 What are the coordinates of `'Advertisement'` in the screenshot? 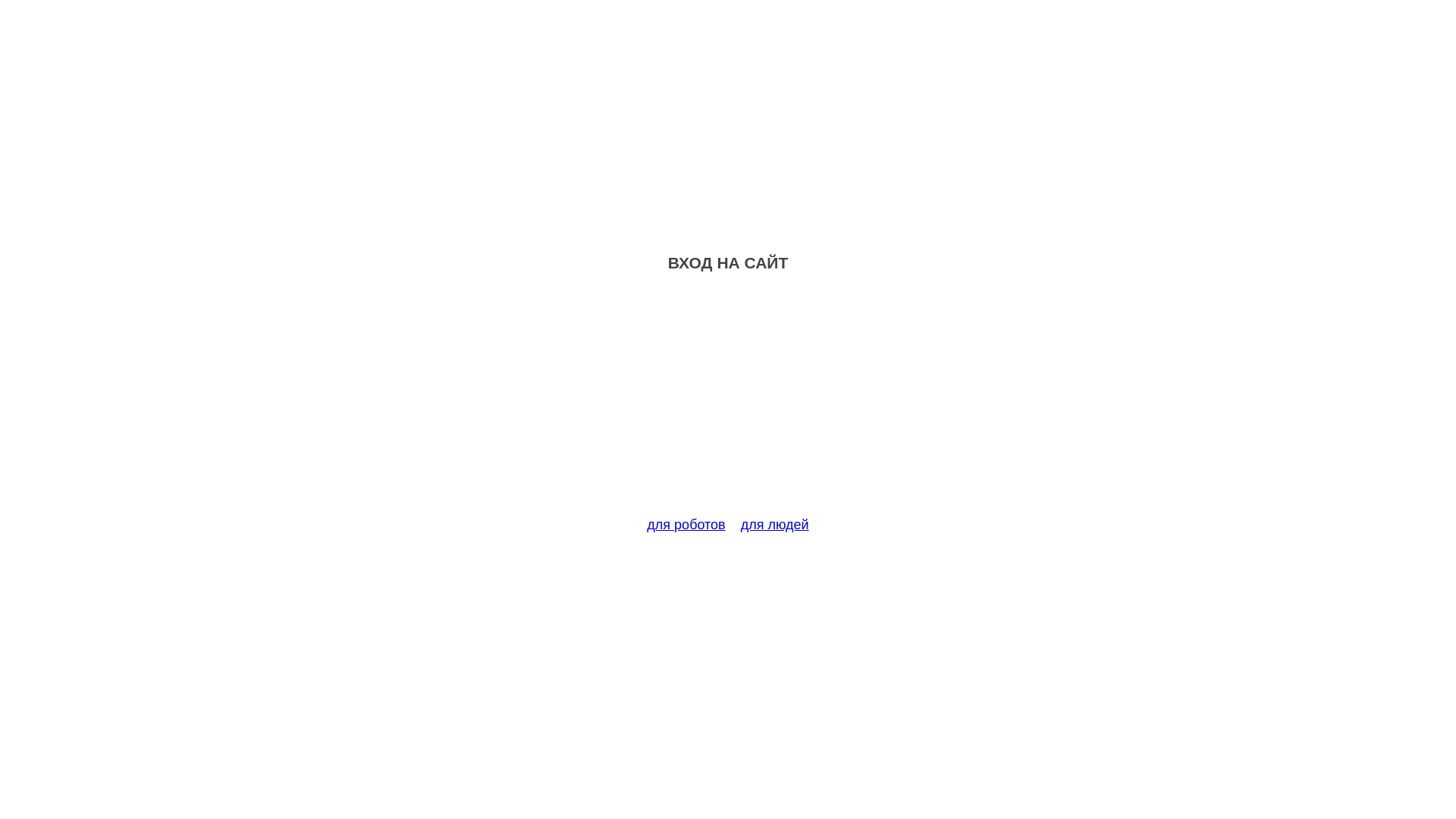 It's located at (728, 403).